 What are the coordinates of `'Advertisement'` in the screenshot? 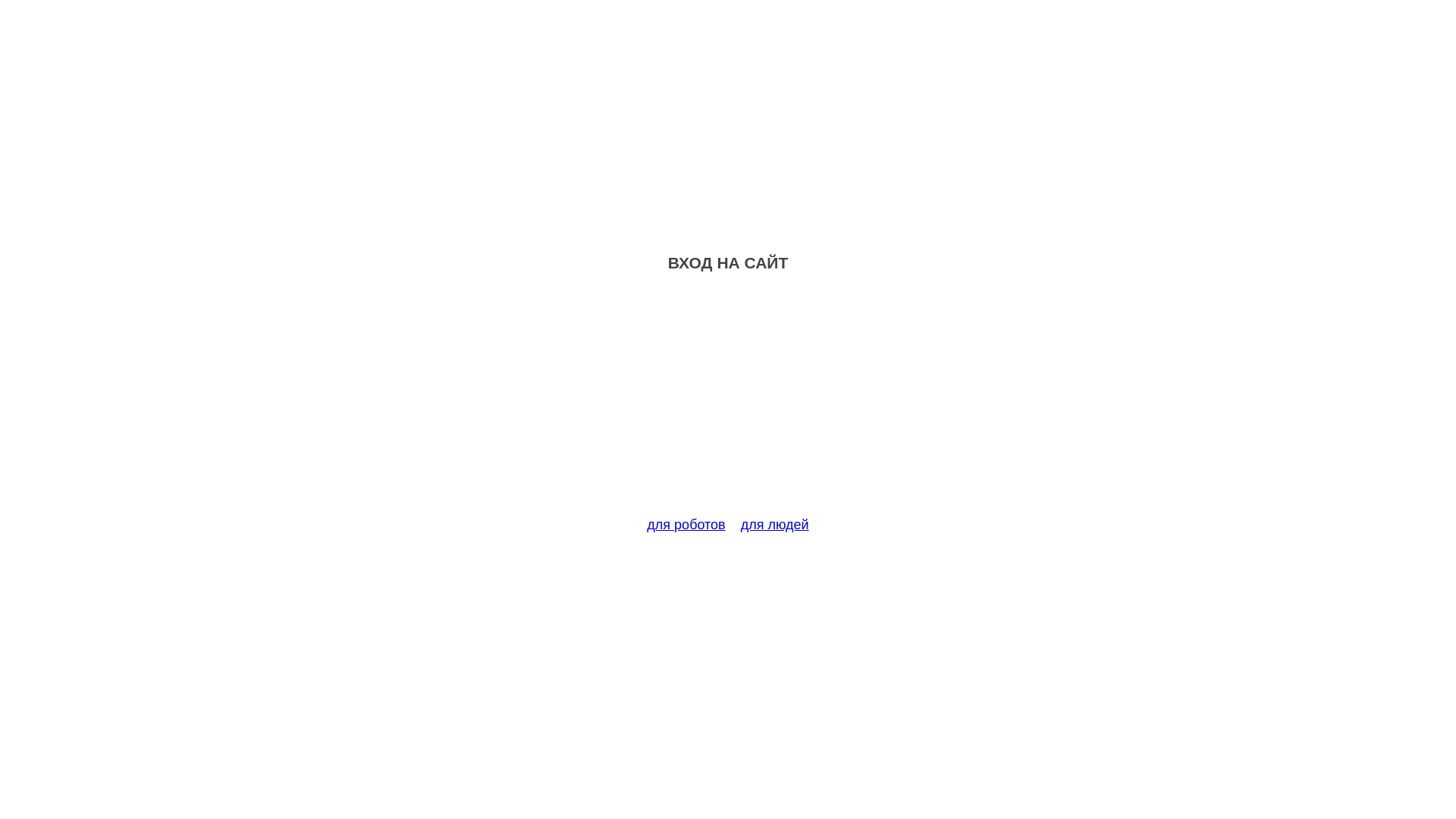 It's located at (728, 403).